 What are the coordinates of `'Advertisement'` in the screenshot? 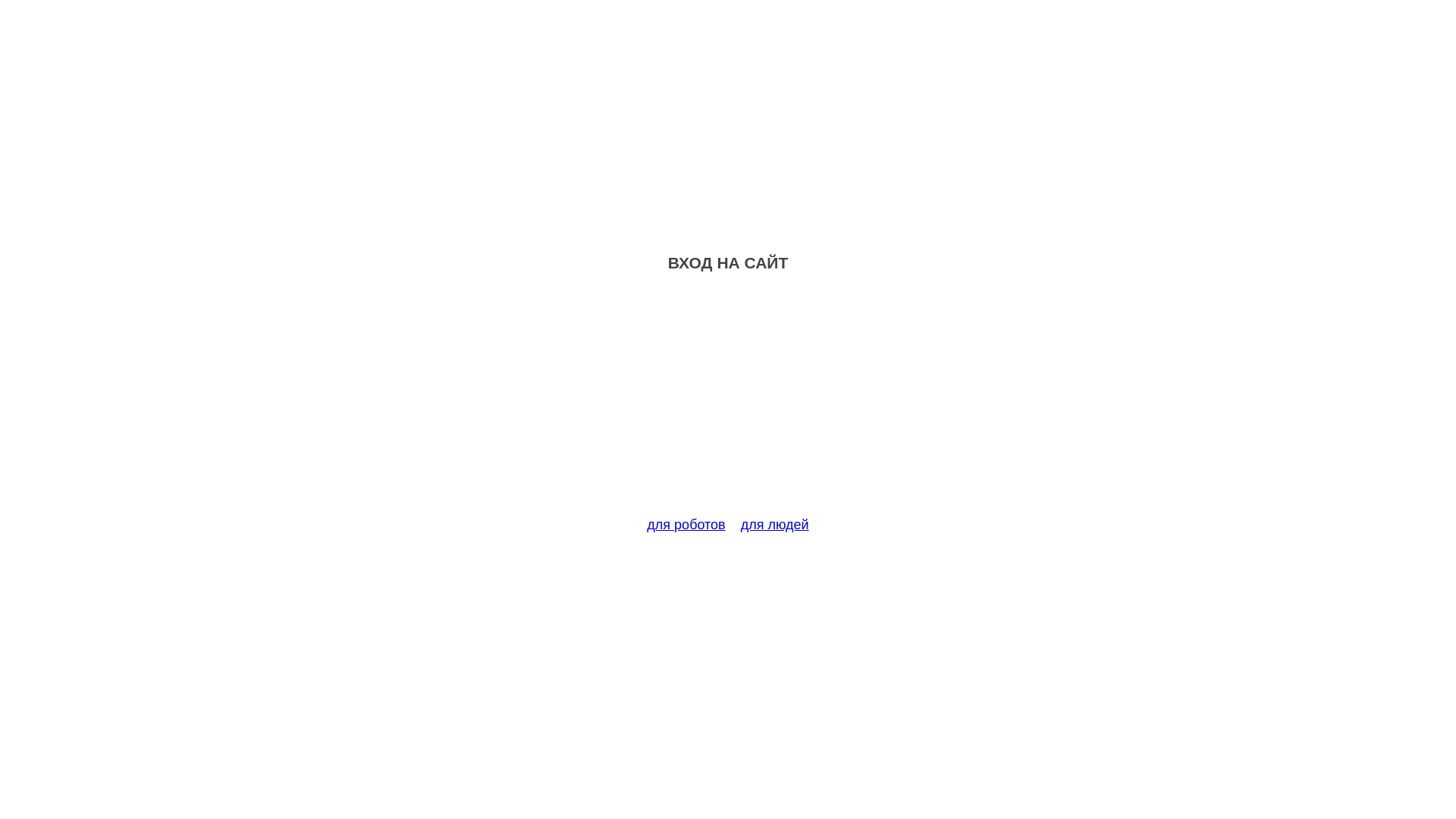 It's located at (728, 403).